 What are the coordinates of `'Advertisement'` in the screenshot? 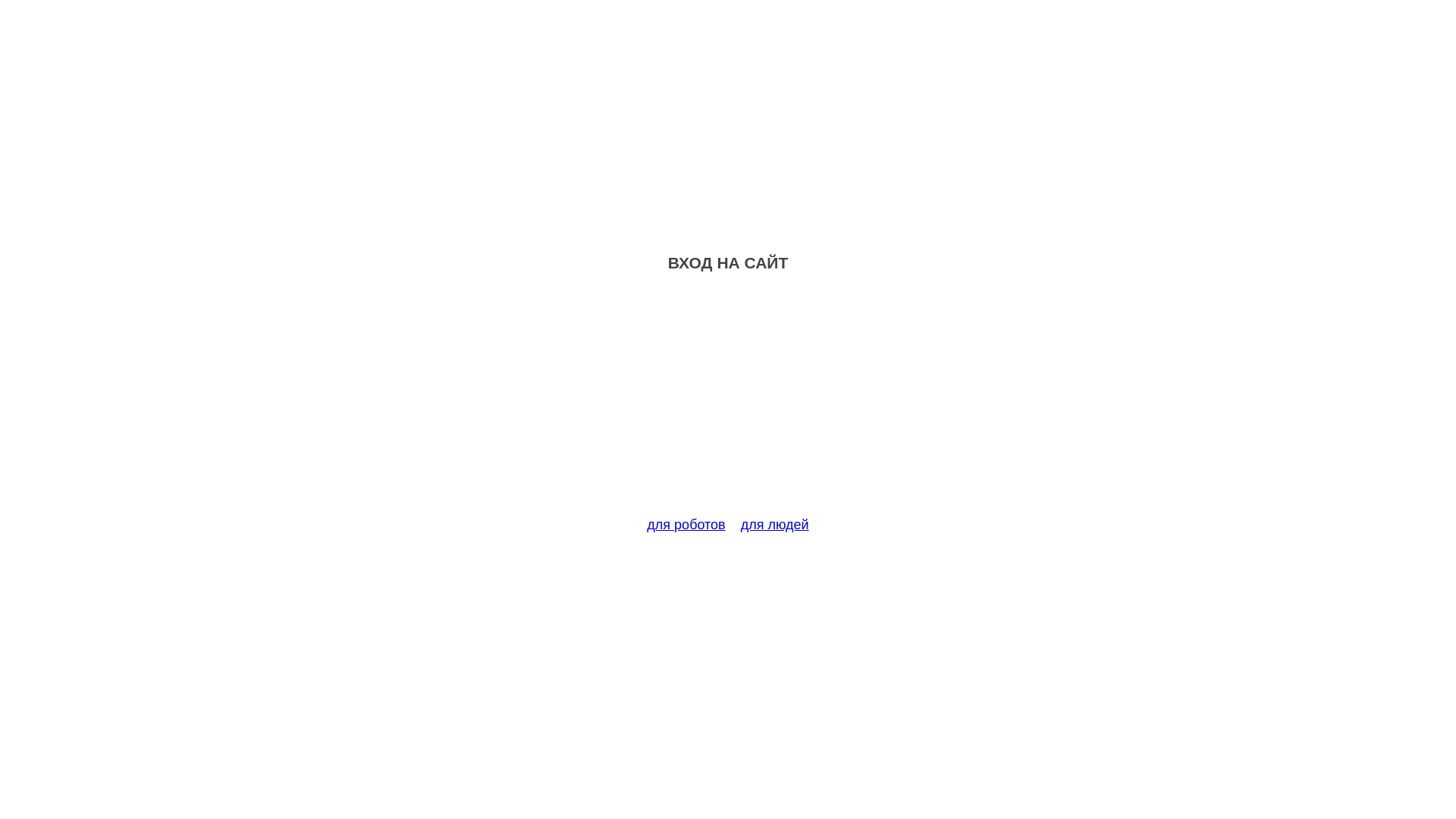 It's located at (728, 403).